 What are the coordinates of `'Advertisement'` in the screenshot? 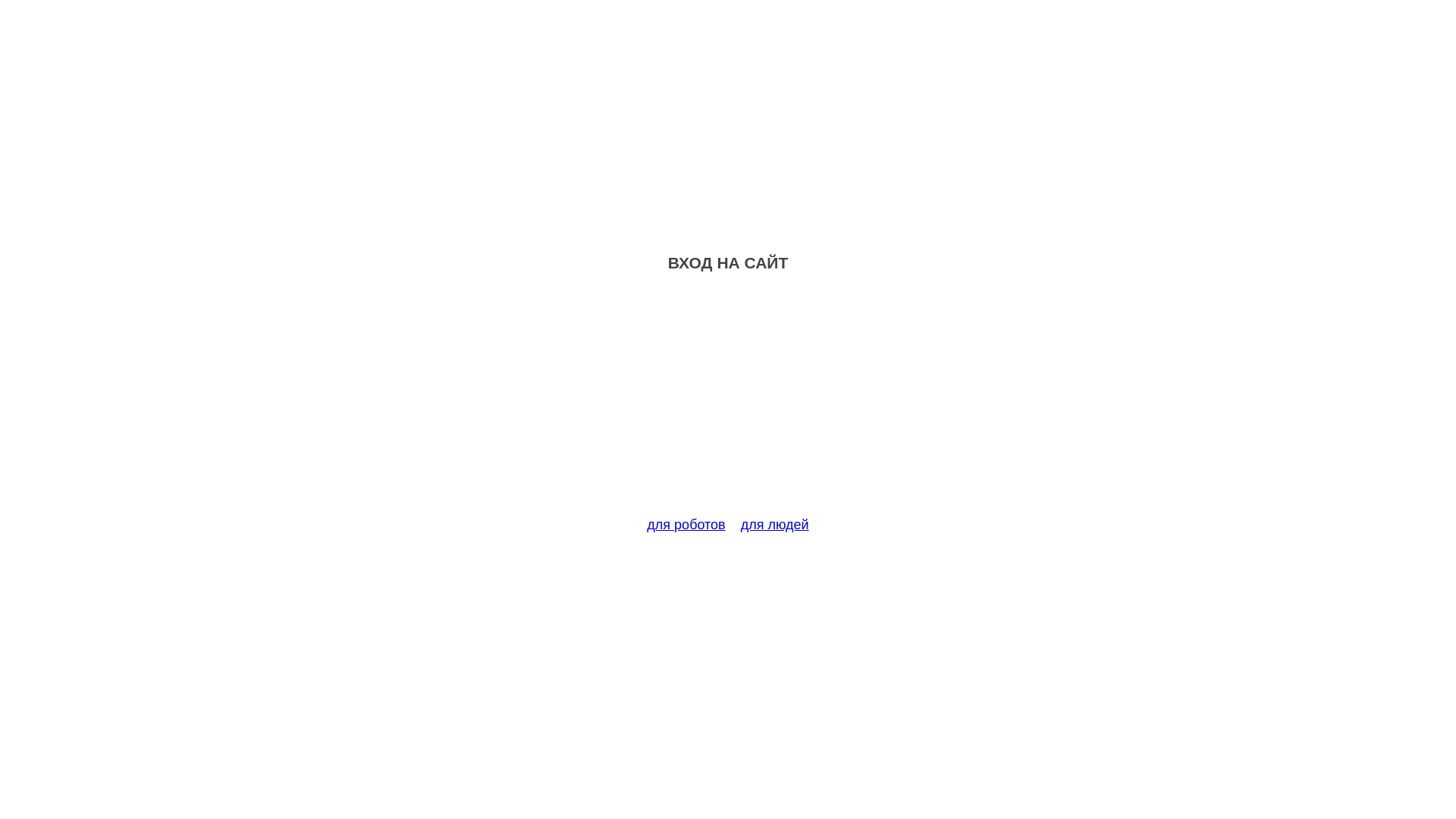 It's located at (728, 403).